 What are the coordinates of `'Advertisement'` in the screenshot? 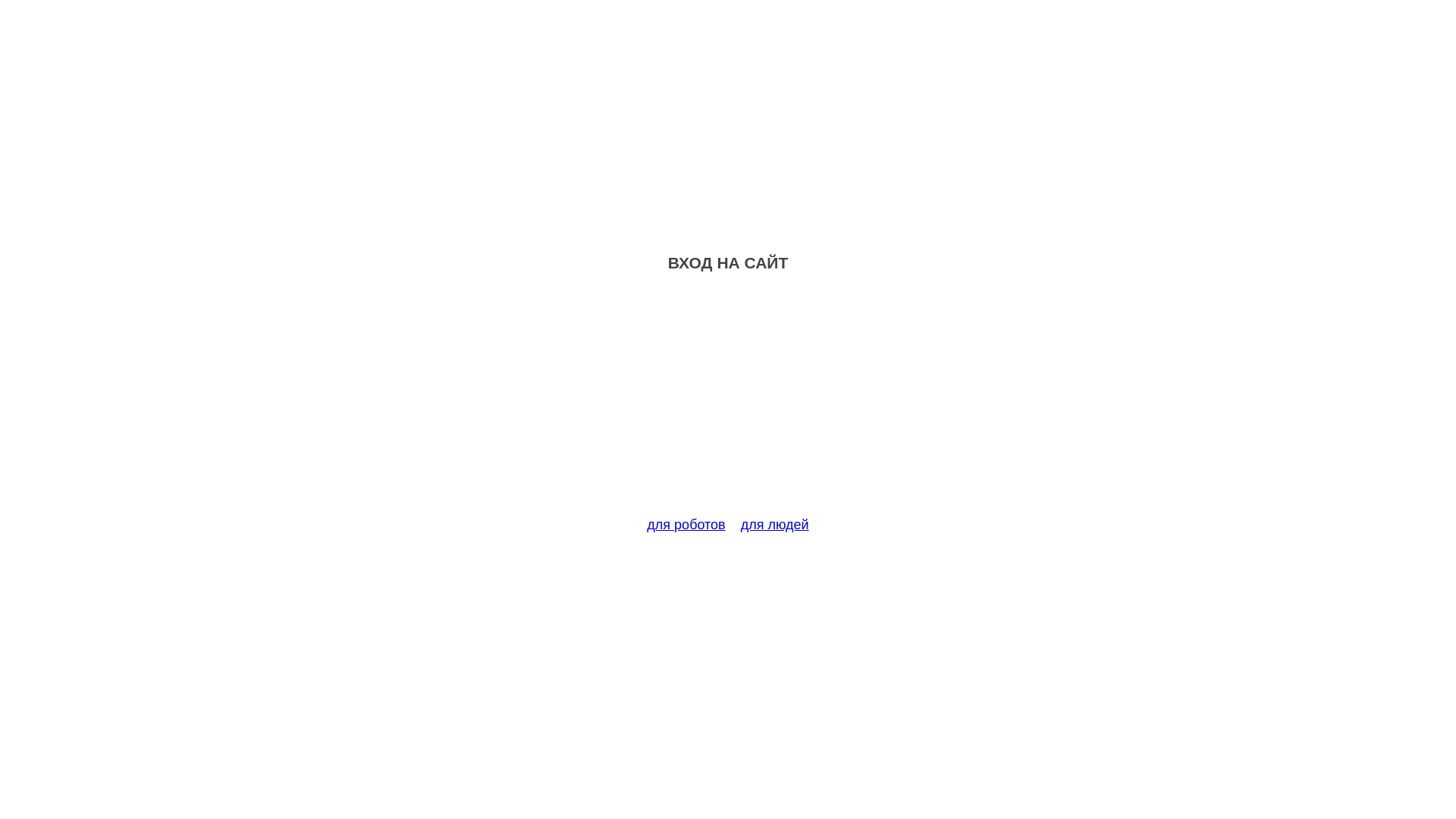 It's located at (728, 403).